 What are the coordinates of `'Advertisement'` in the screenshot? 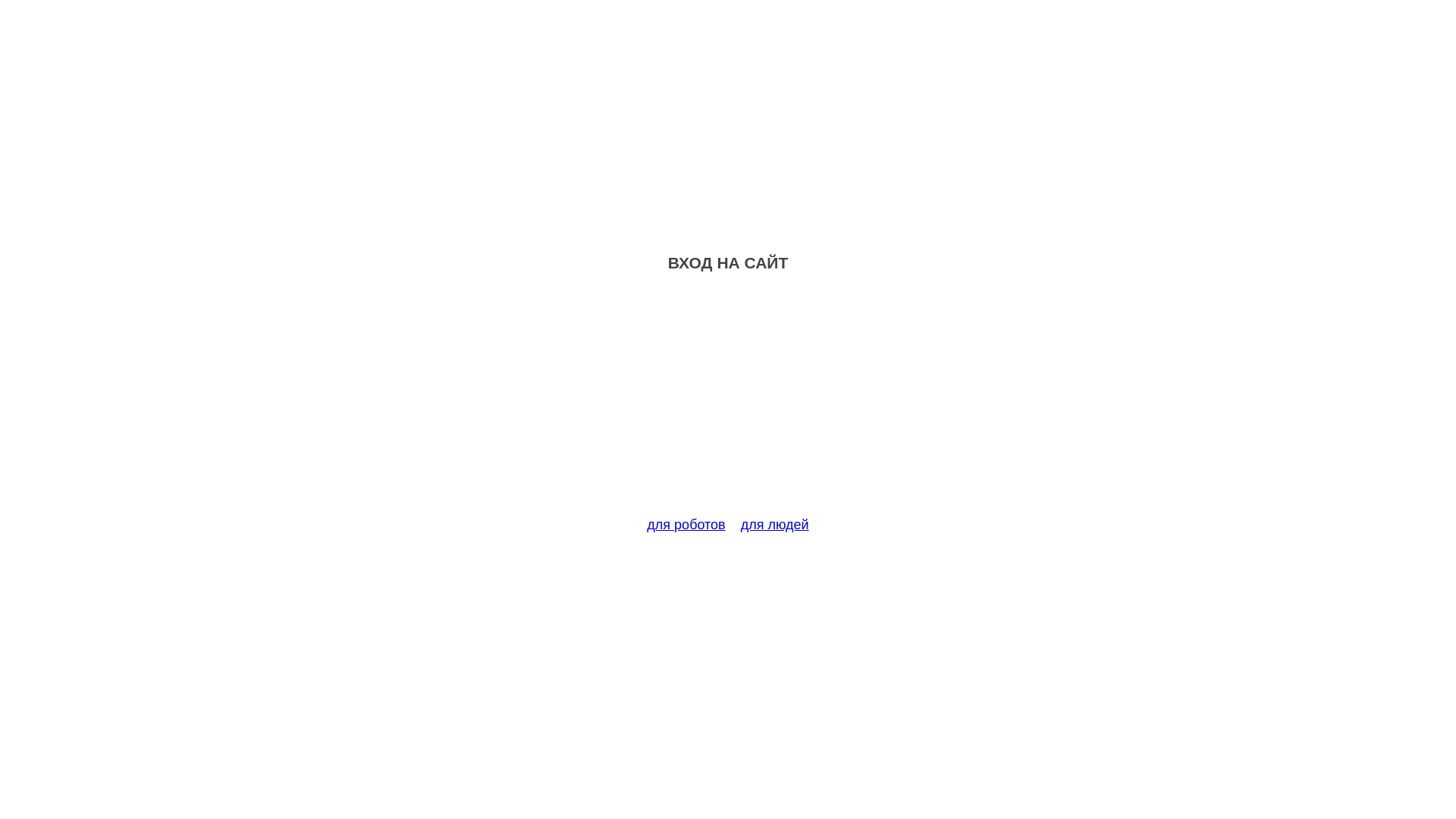 It's located at (728, 403).